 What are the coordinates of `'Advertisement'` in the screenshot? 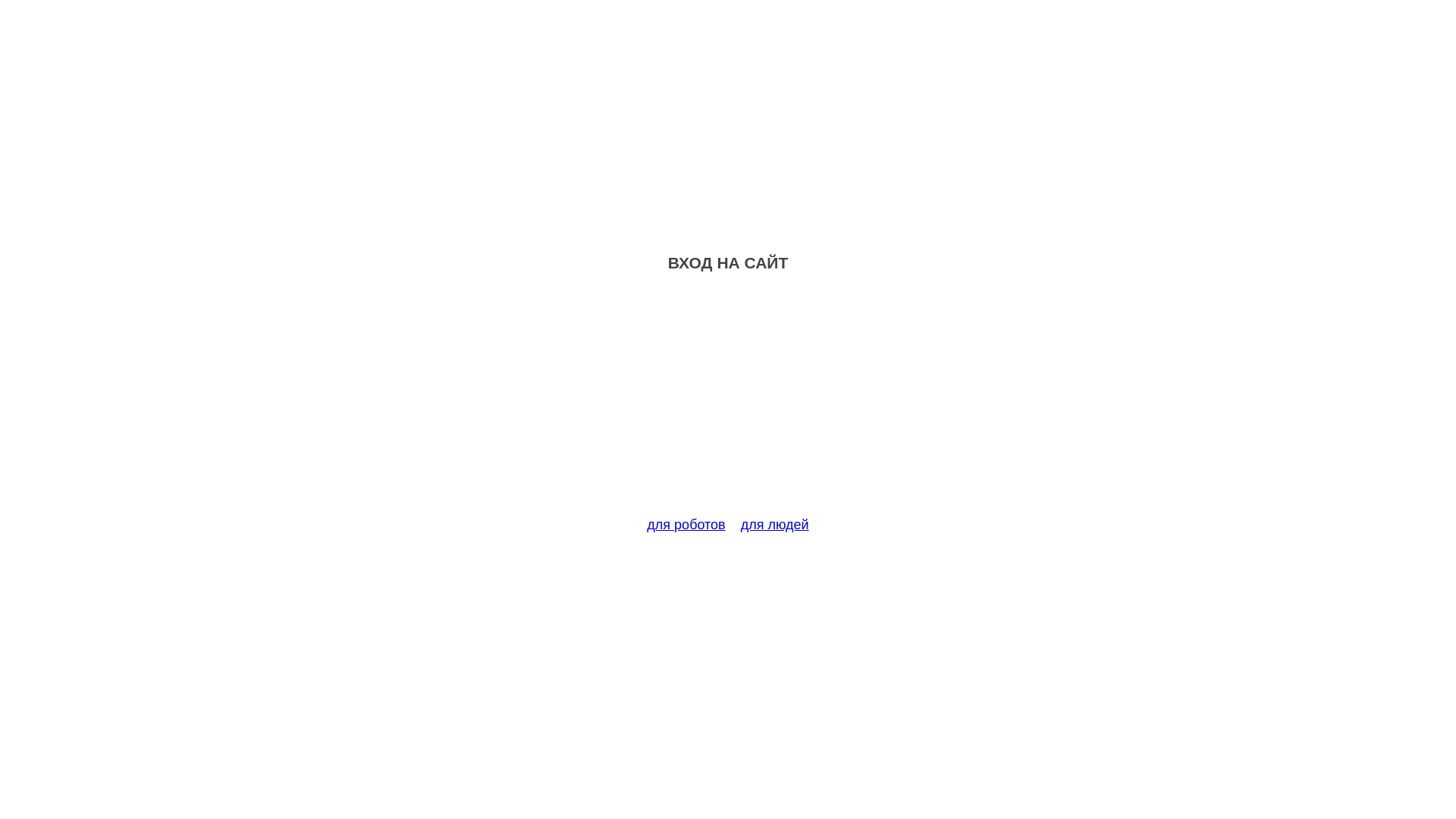 It's located at (728, 403).